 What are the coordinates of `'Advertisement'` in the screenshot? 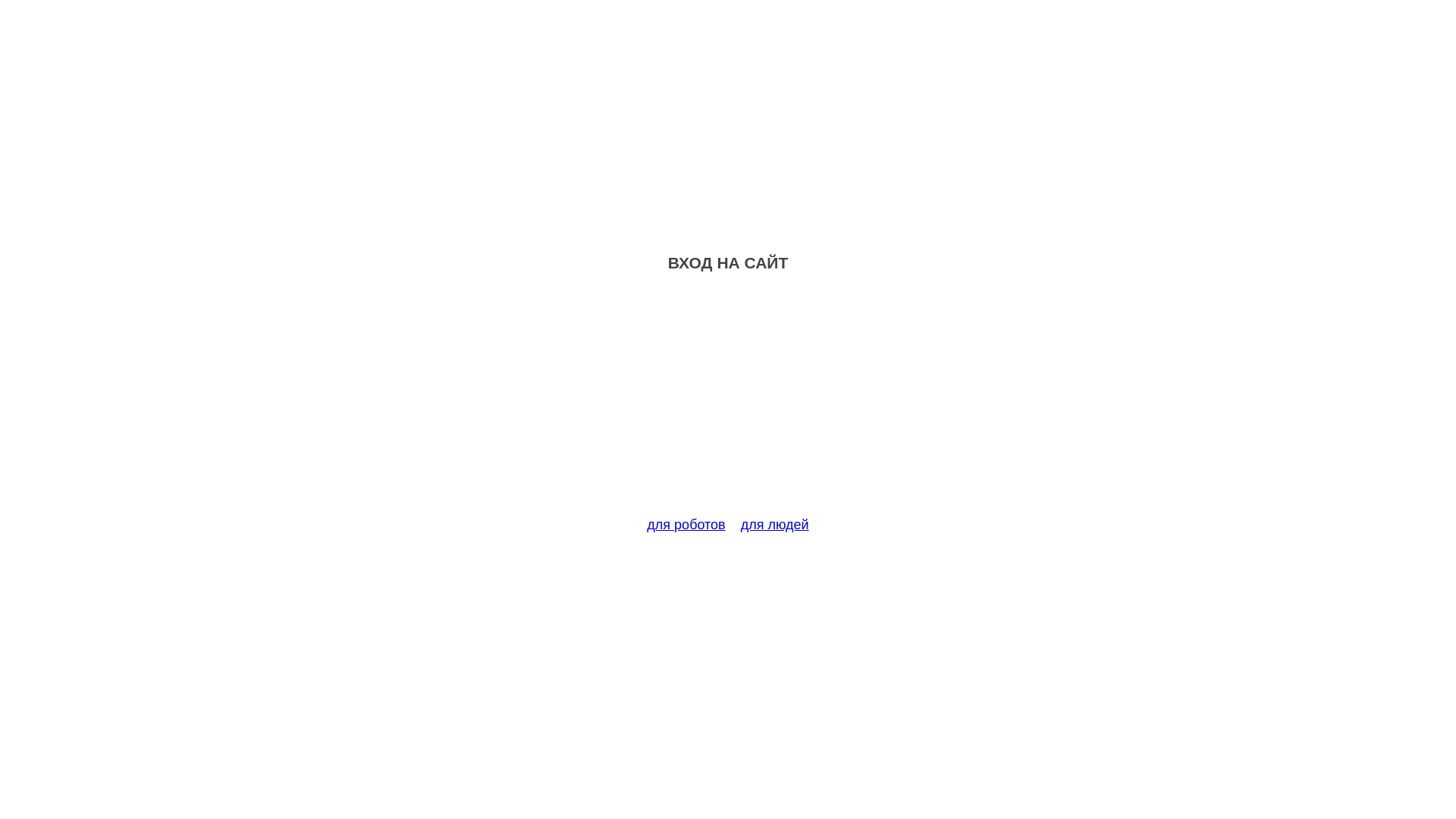 It's located at (728, 403).